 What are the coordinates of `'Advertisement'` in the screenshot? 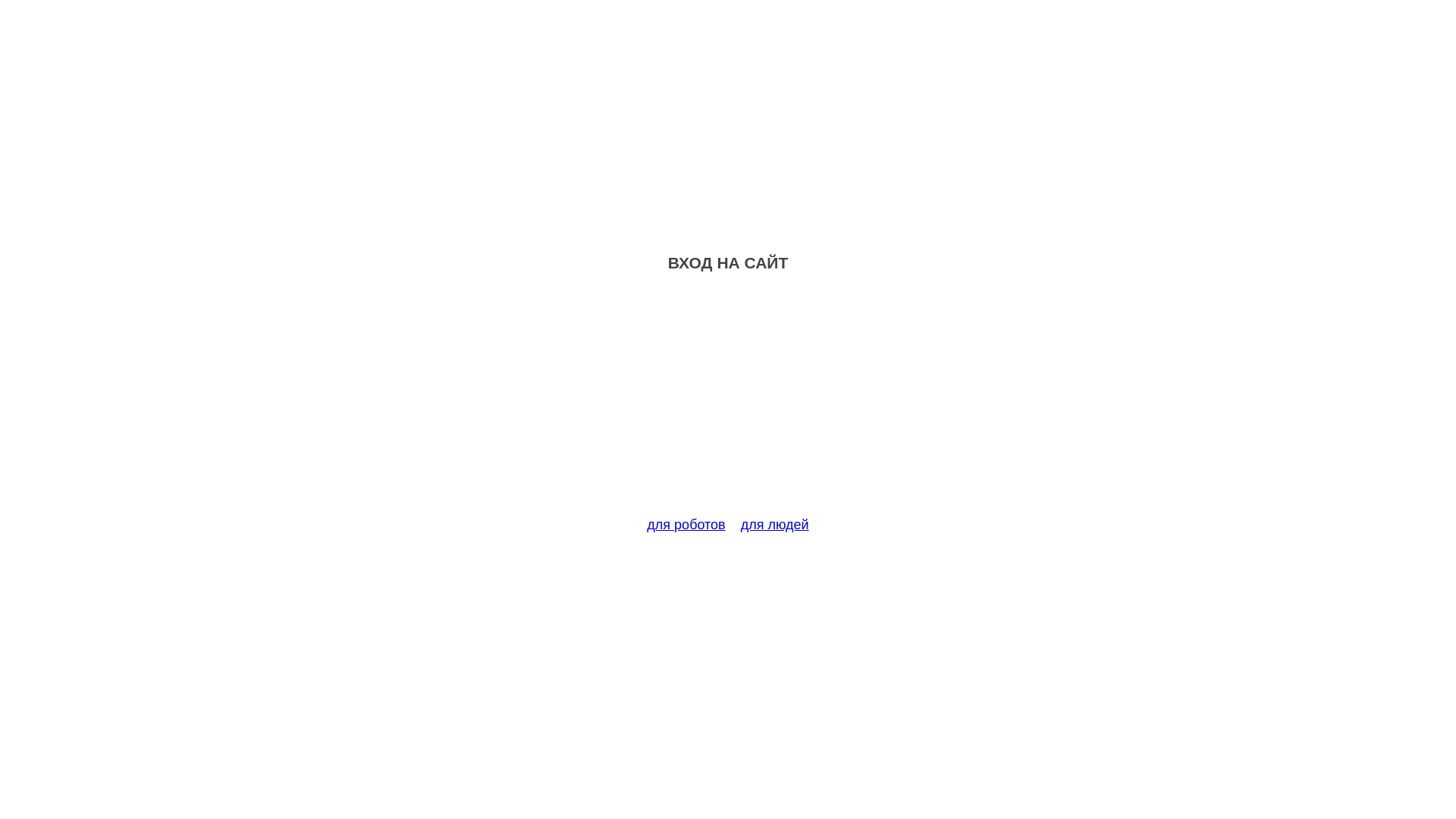 It's located at (728, 403).